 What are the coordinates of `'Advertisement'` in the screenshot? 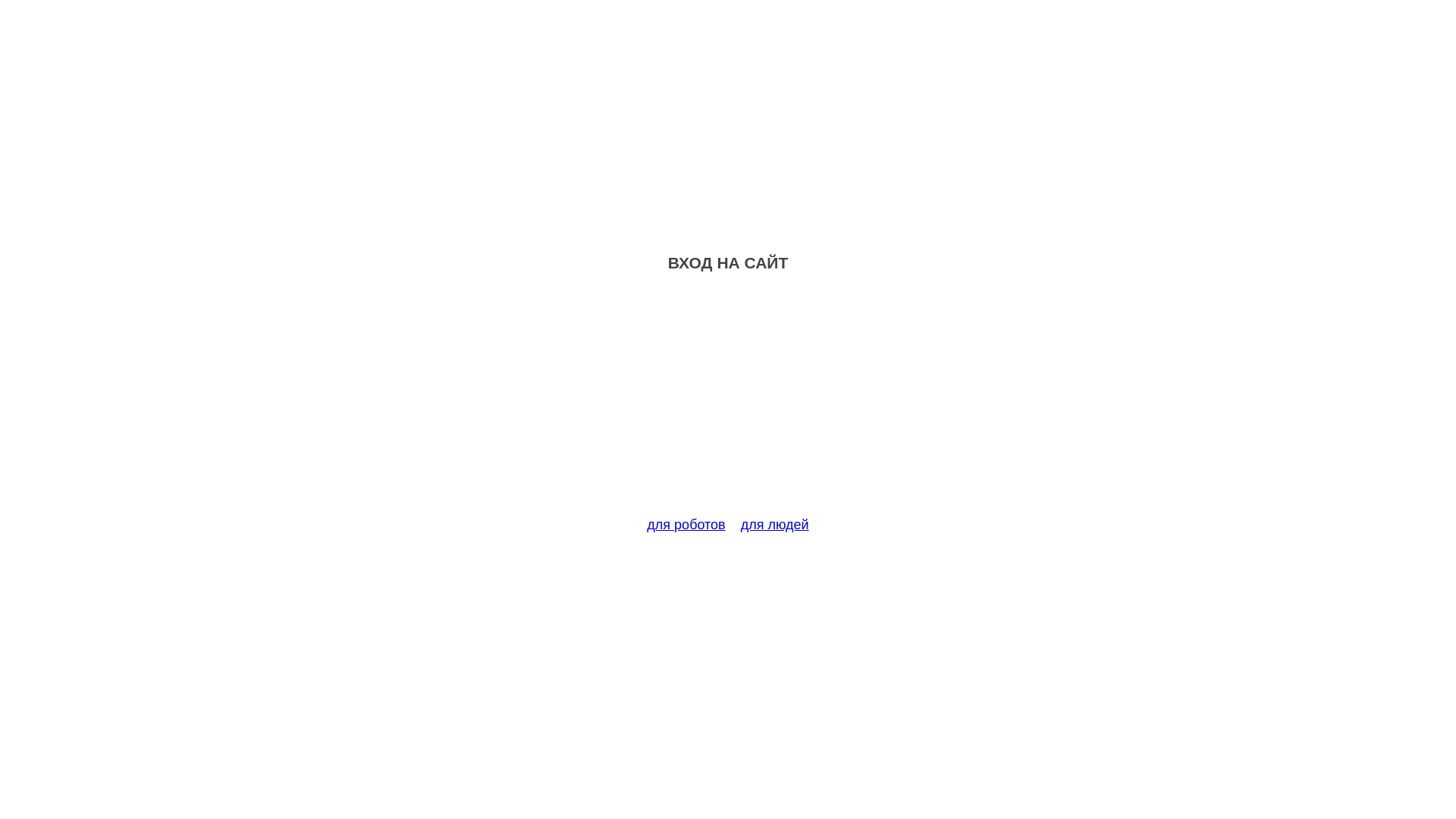 It's located at (728, 403).